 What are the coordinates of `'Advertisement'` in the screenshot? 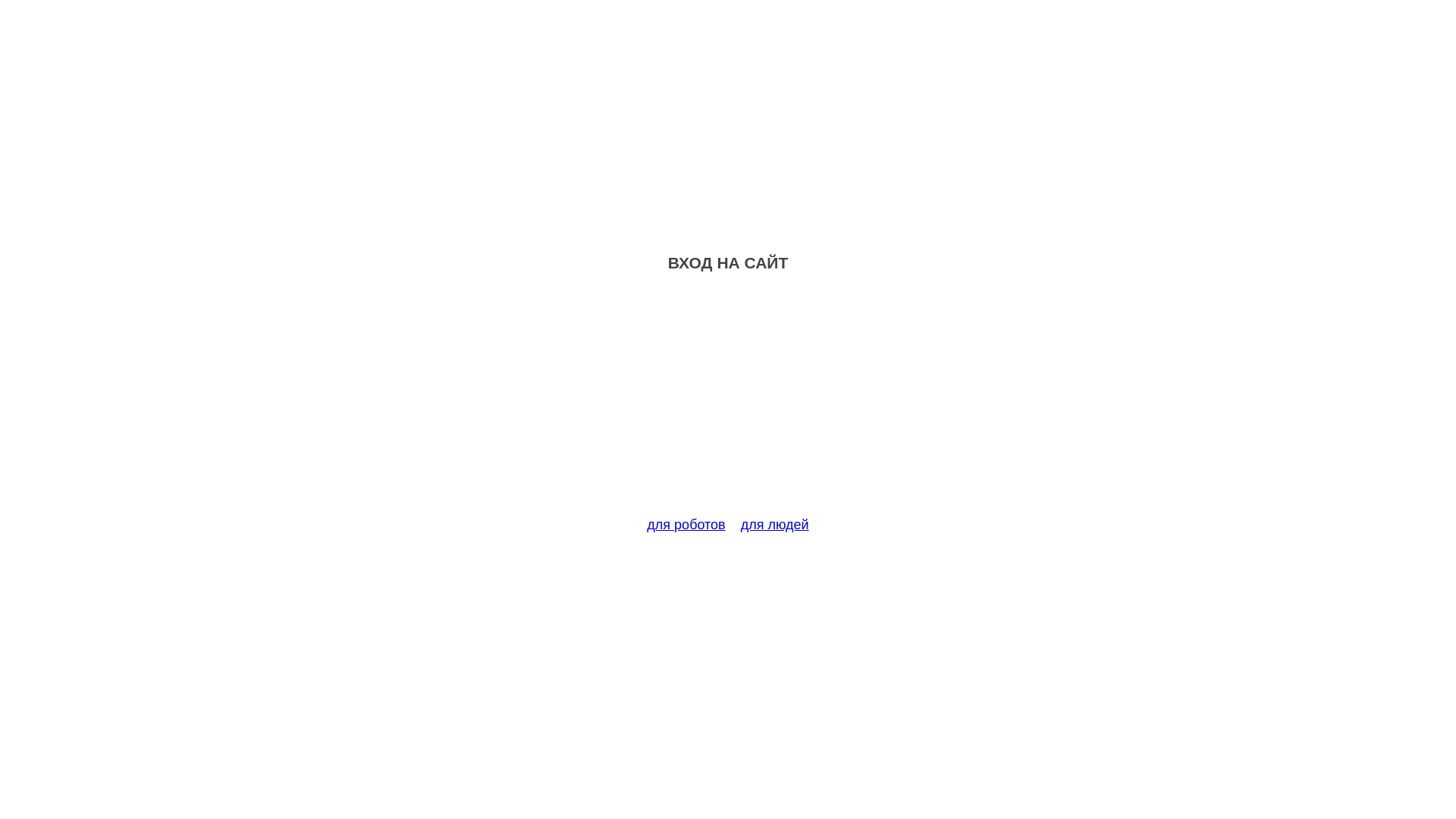 It's located at (728, 403).